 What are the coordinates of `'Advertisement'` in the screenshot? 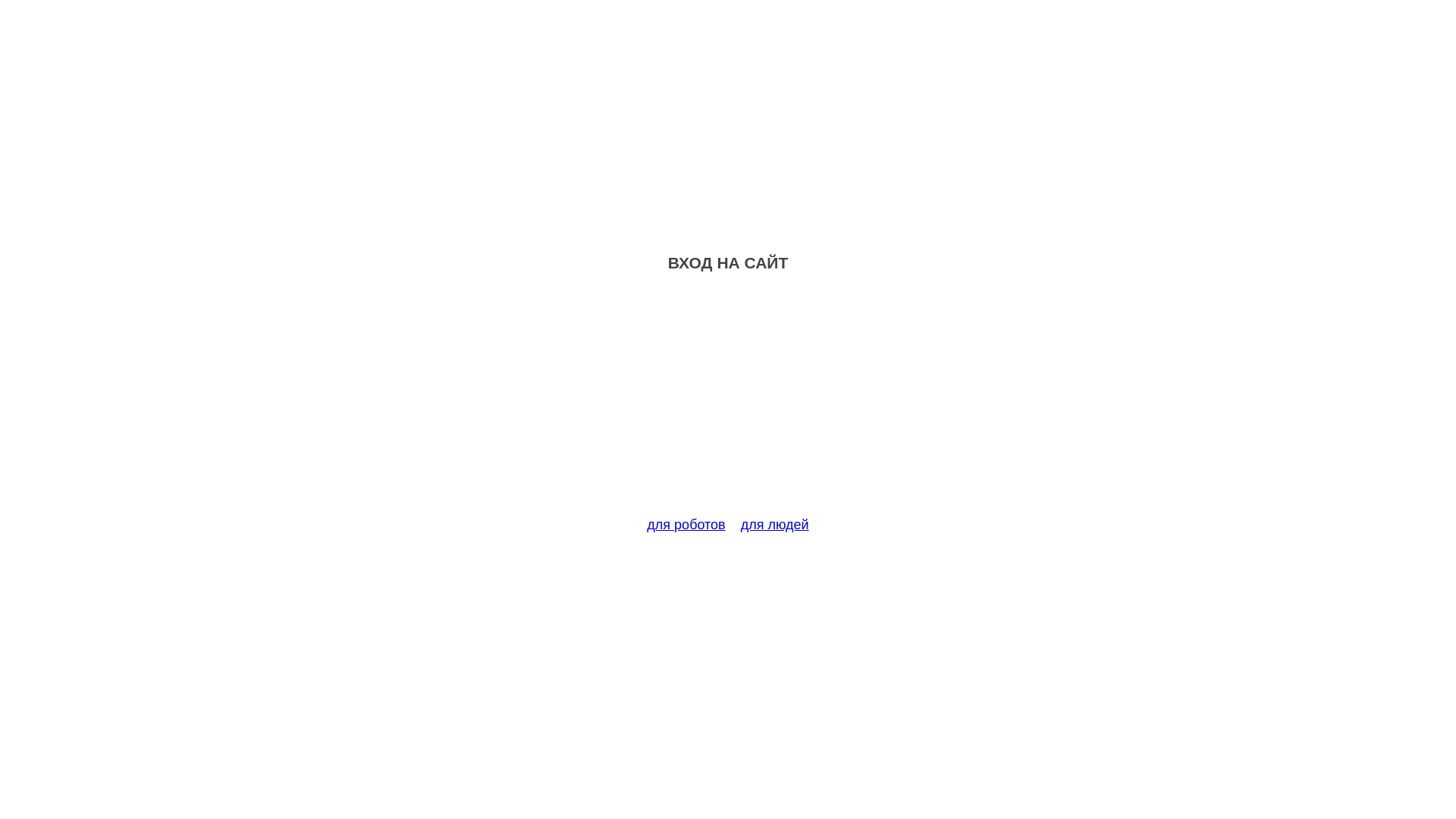 It's located at (728, 403).